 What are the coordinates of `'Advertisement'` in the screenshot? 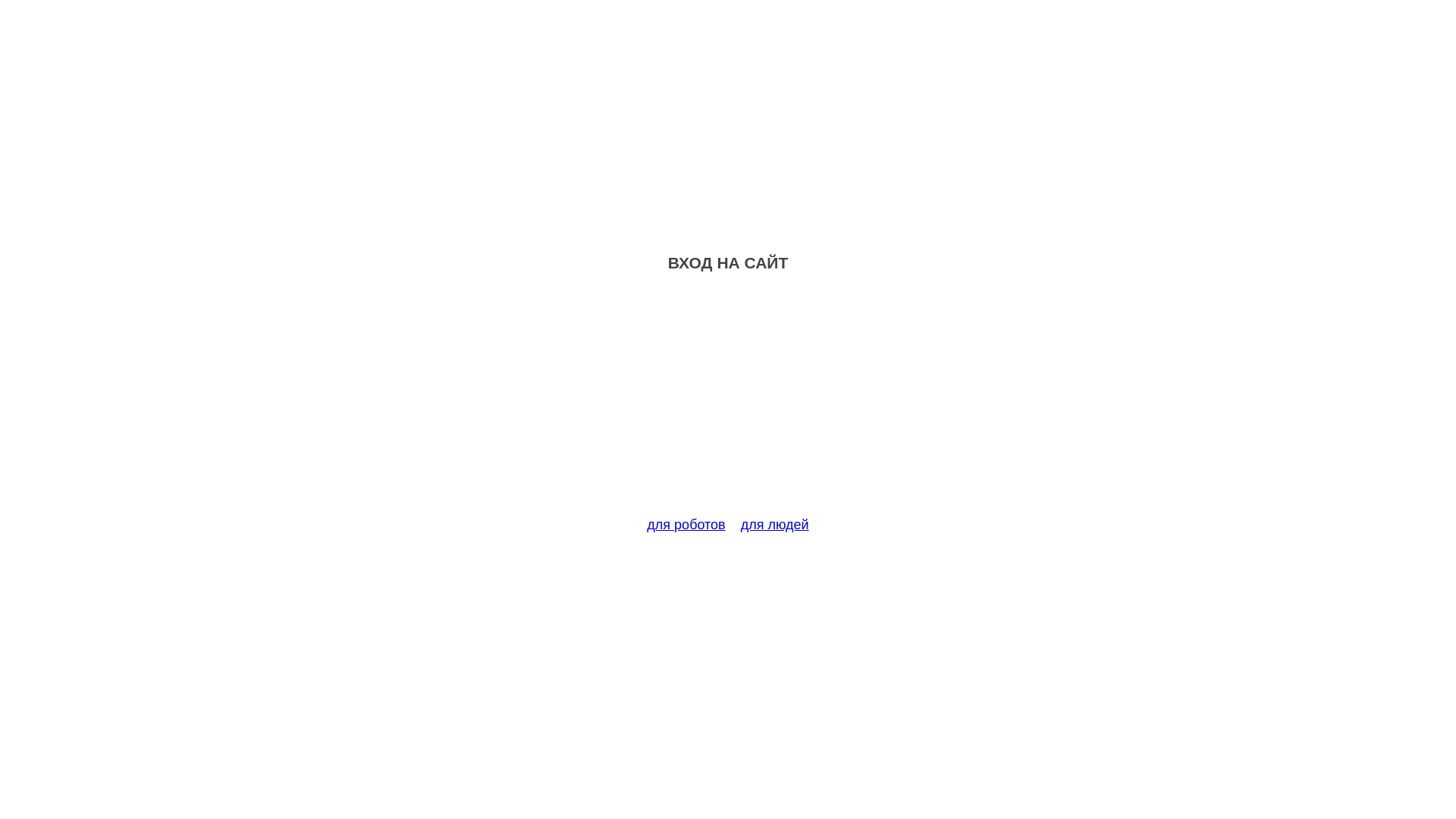 It's located at (728, 403).